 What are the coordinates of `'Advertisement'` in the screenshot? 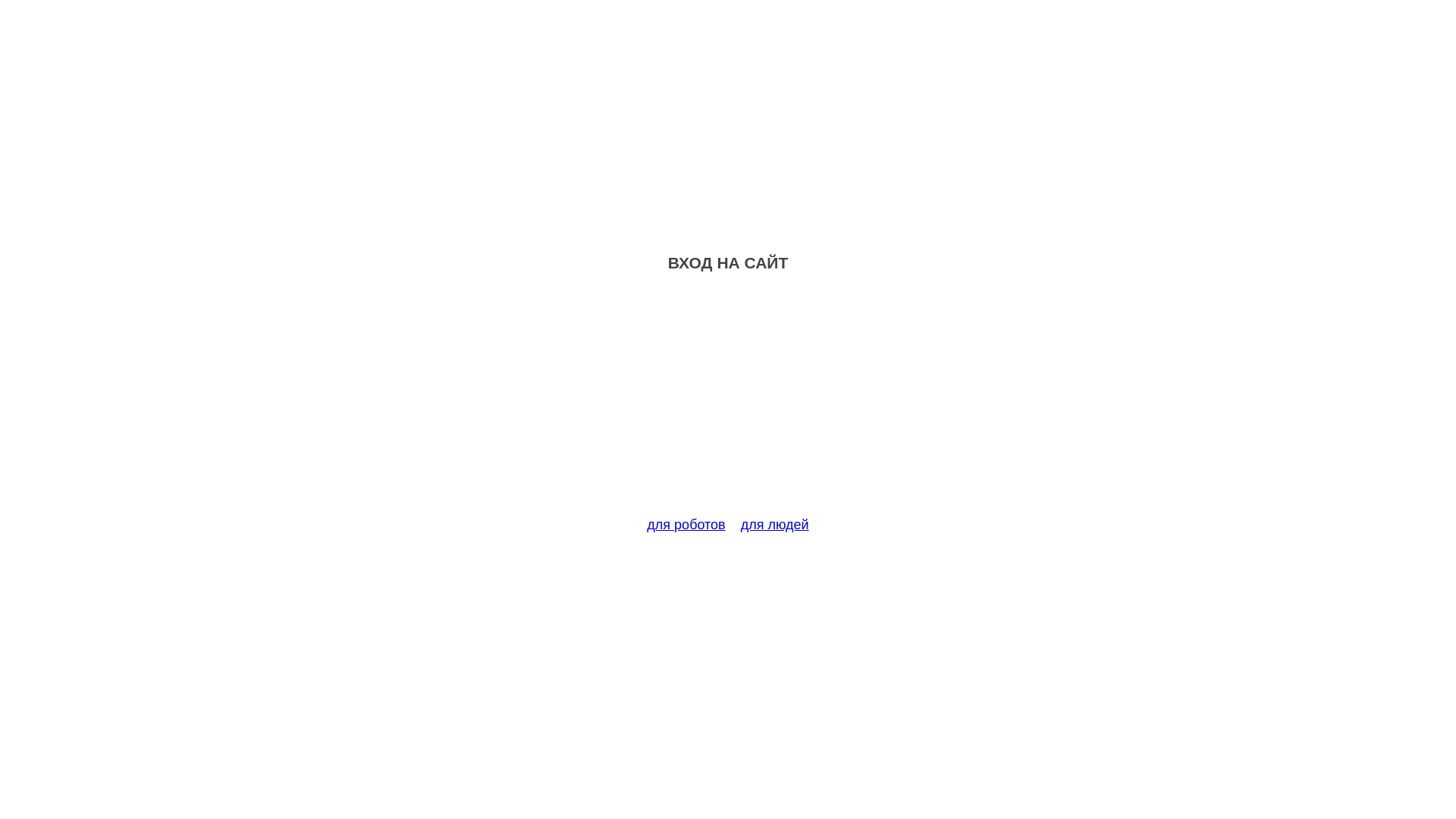 It's located at (728, 403).